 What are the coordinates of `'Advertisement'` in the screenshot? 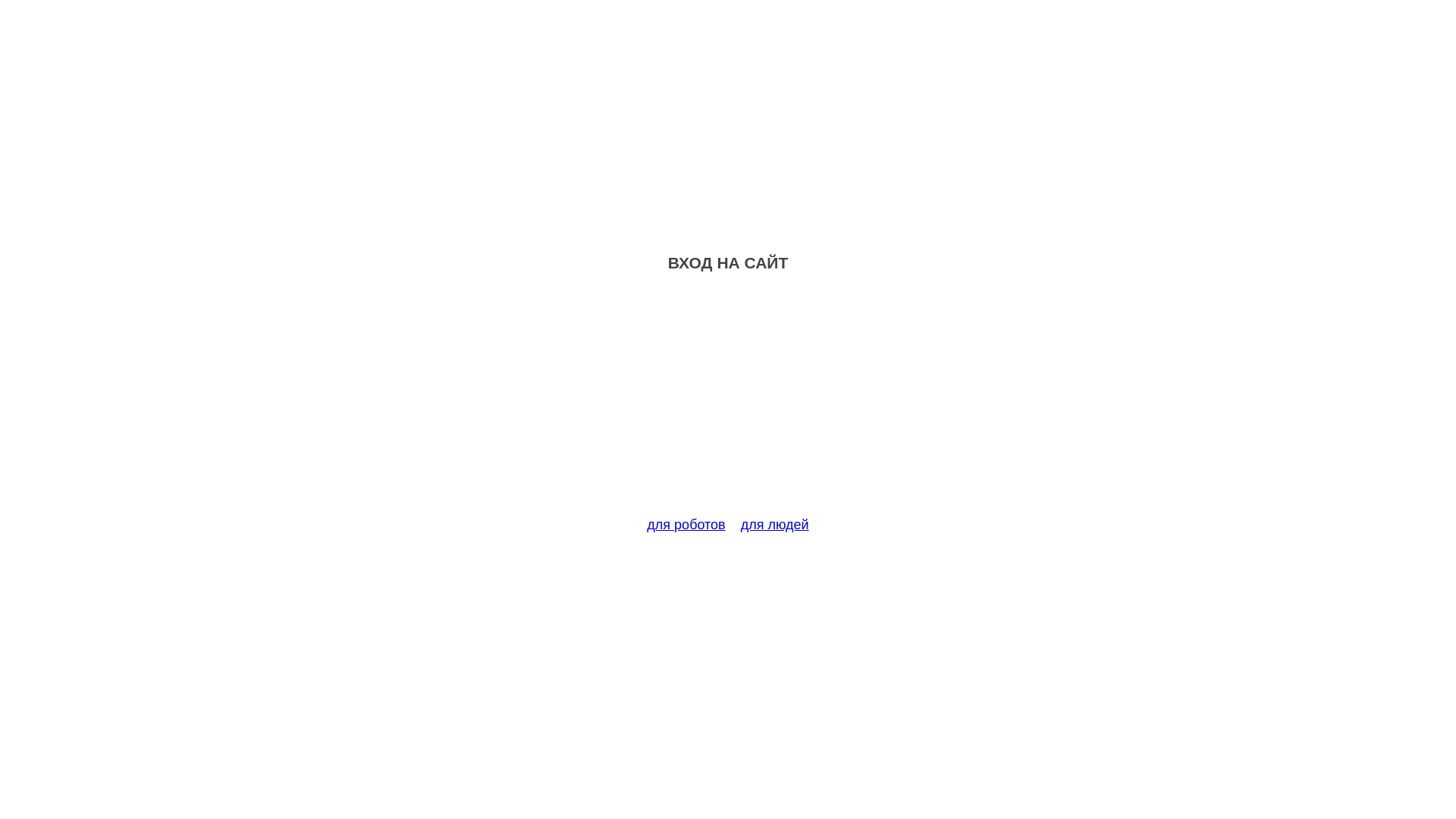 It's located at (728, 403).